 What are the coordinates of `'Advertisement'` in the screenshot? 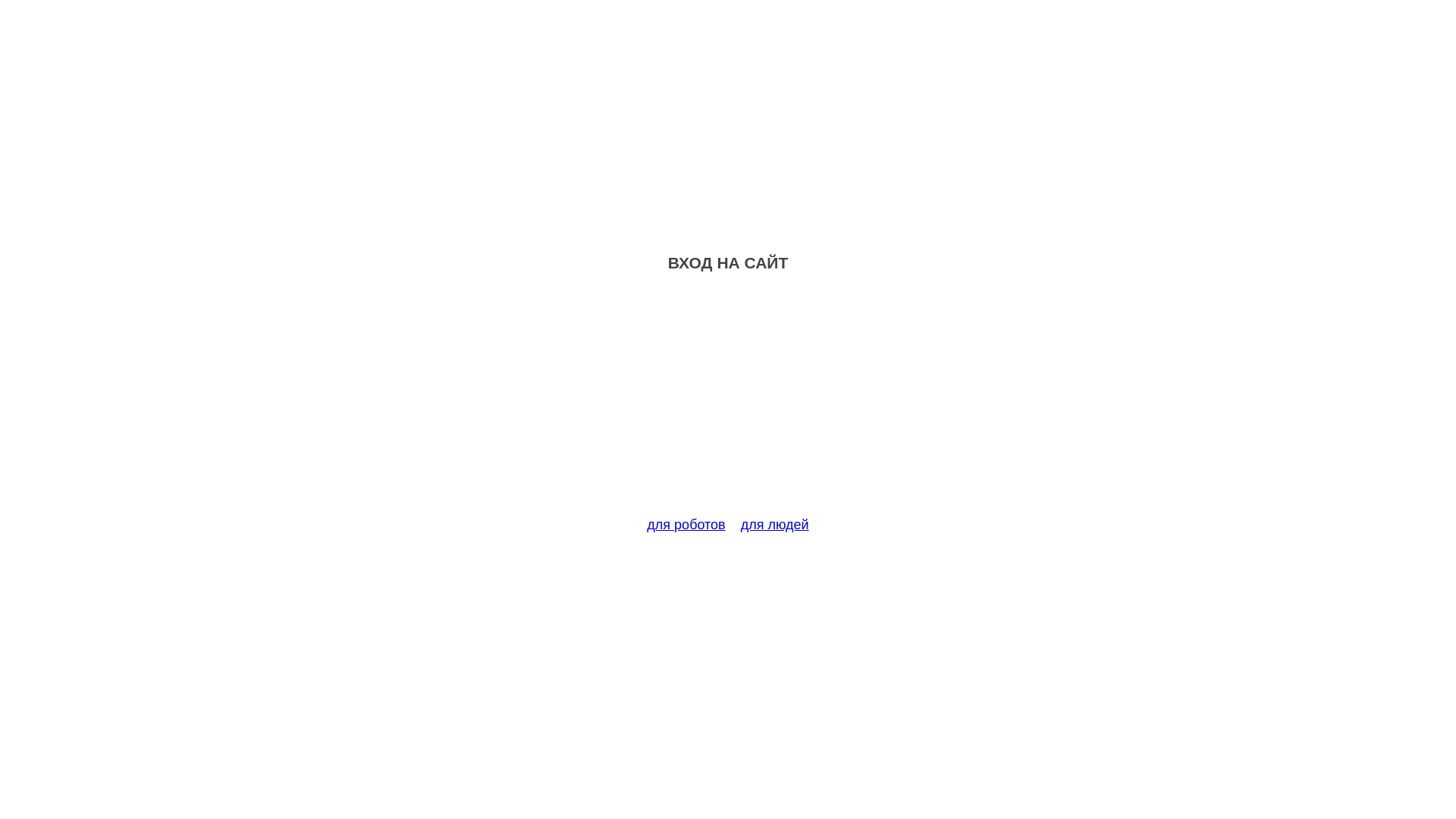 It's located at (728, 403).